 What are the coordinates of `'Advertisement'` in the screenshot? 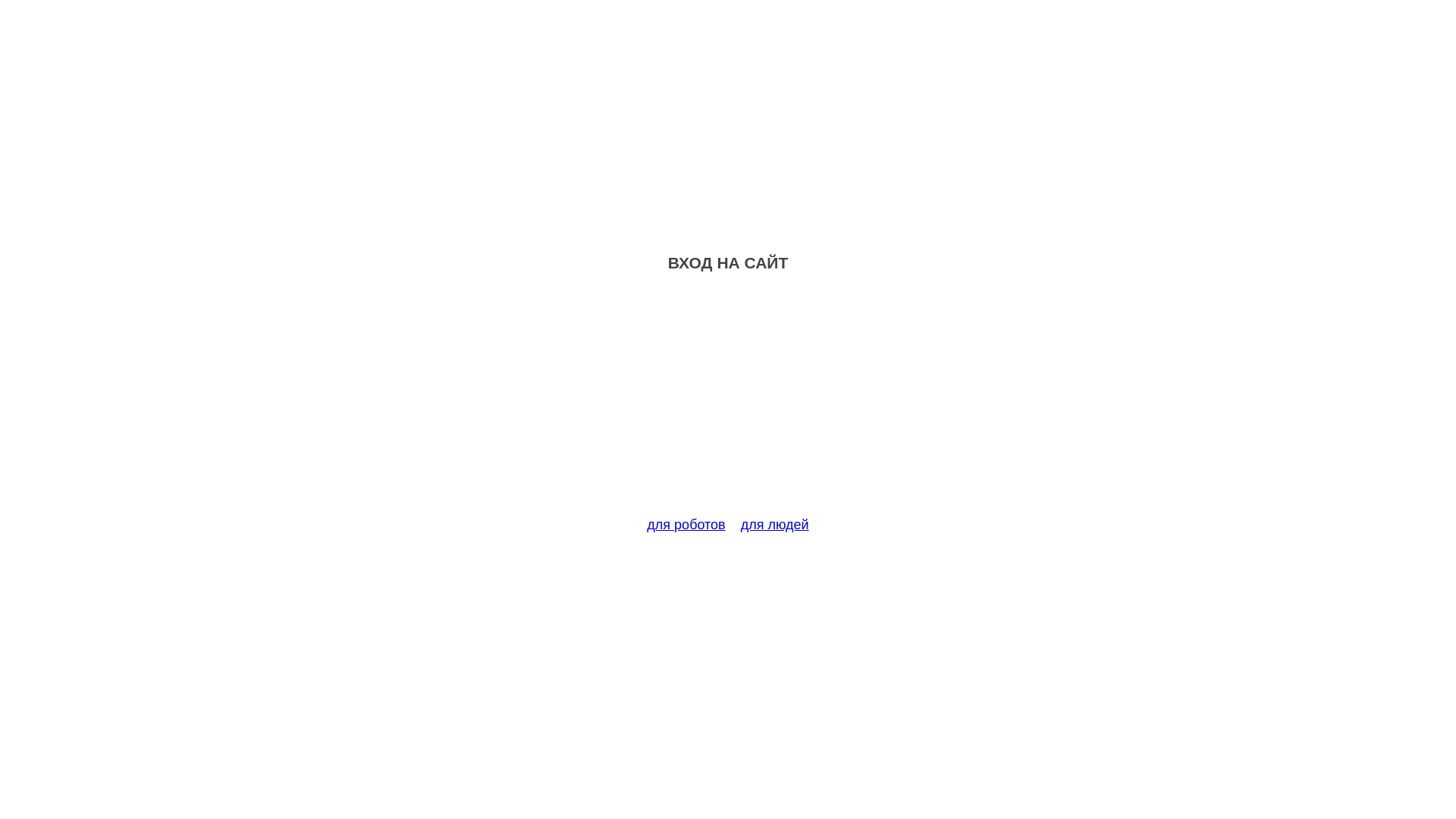 It's located at (728, 403).